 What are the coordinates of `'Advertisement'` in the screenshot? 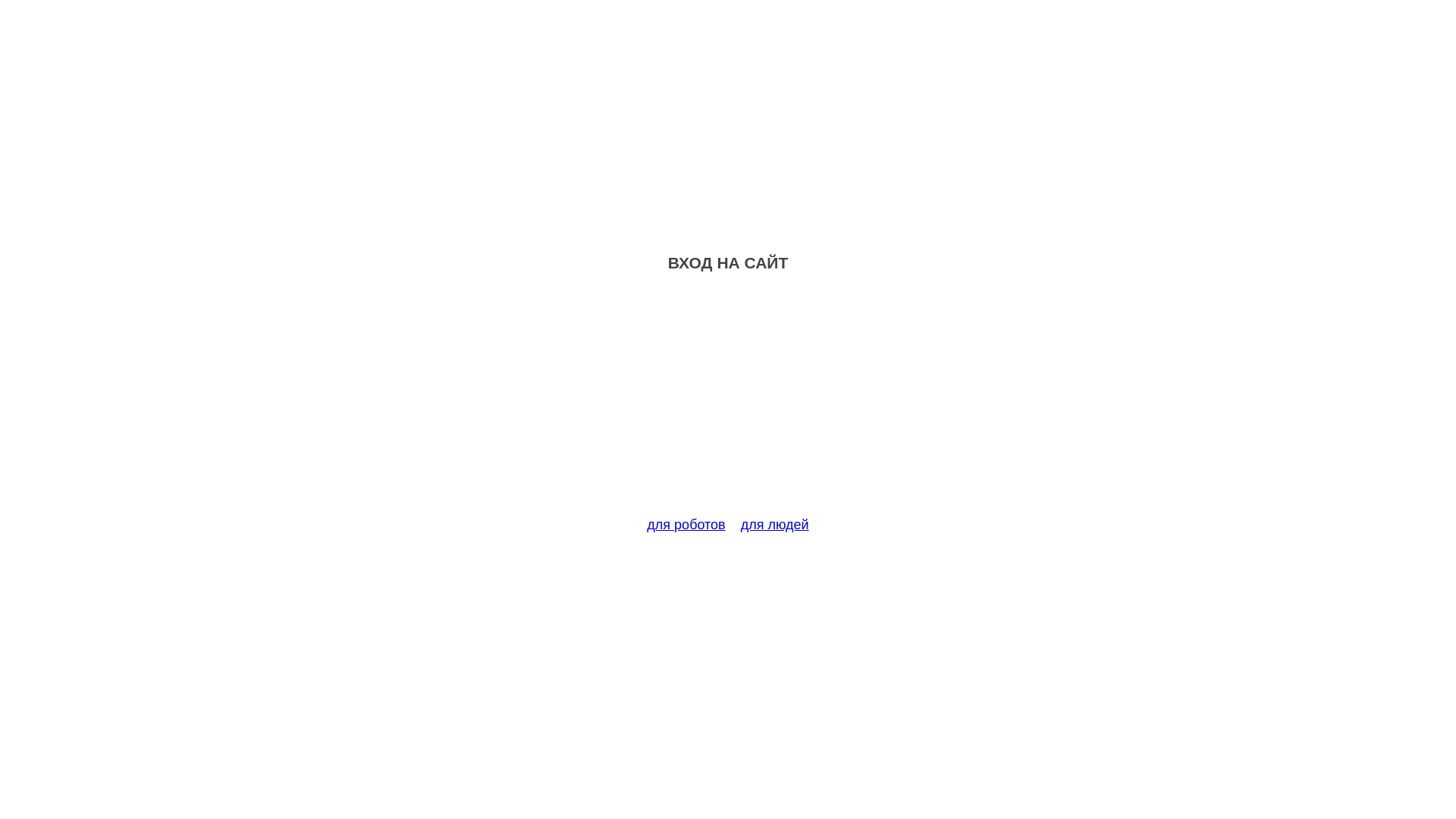 It's located at (728, 403).